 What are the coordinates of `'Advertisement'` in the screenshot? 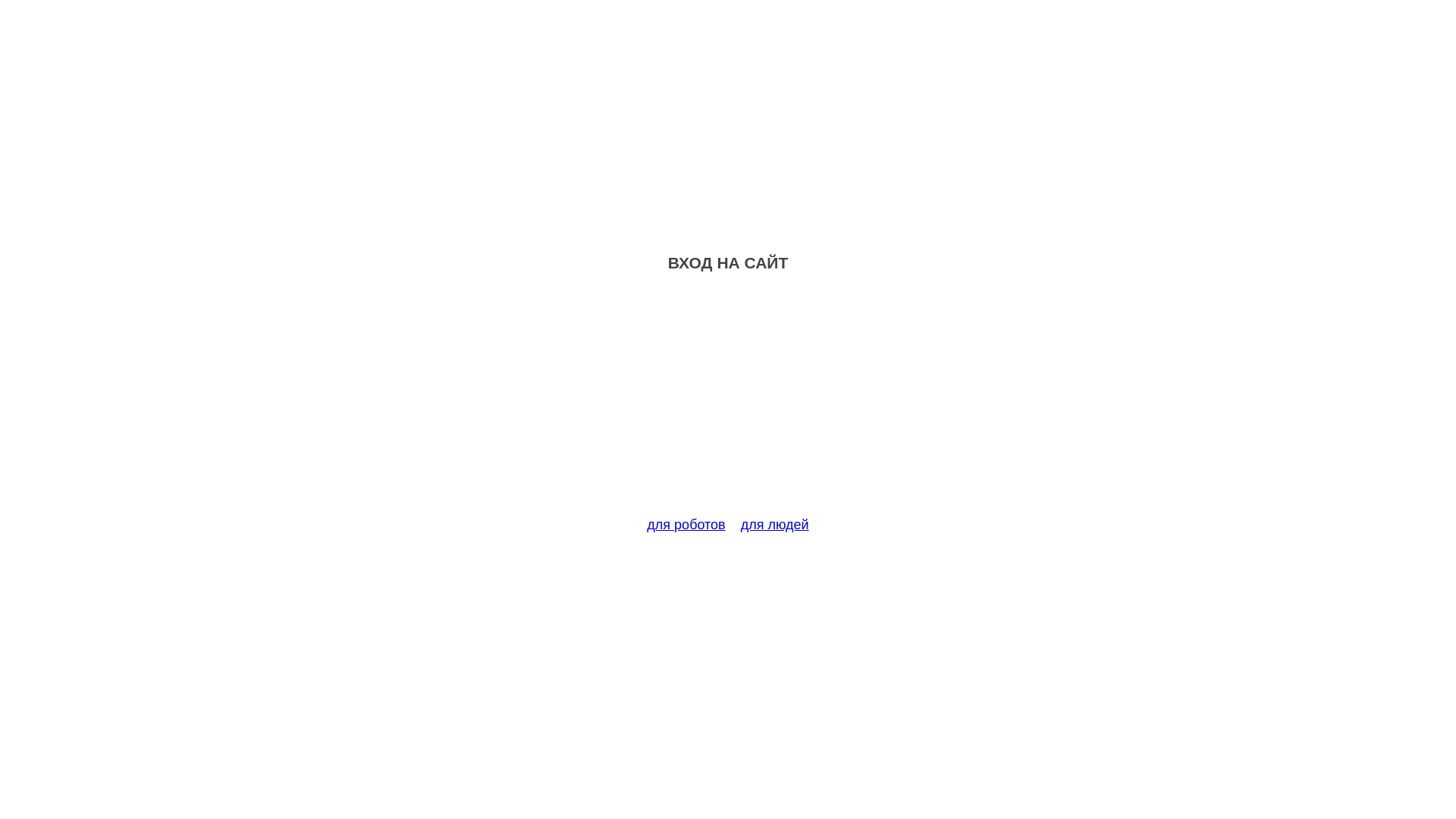 It's located at (728, 403).